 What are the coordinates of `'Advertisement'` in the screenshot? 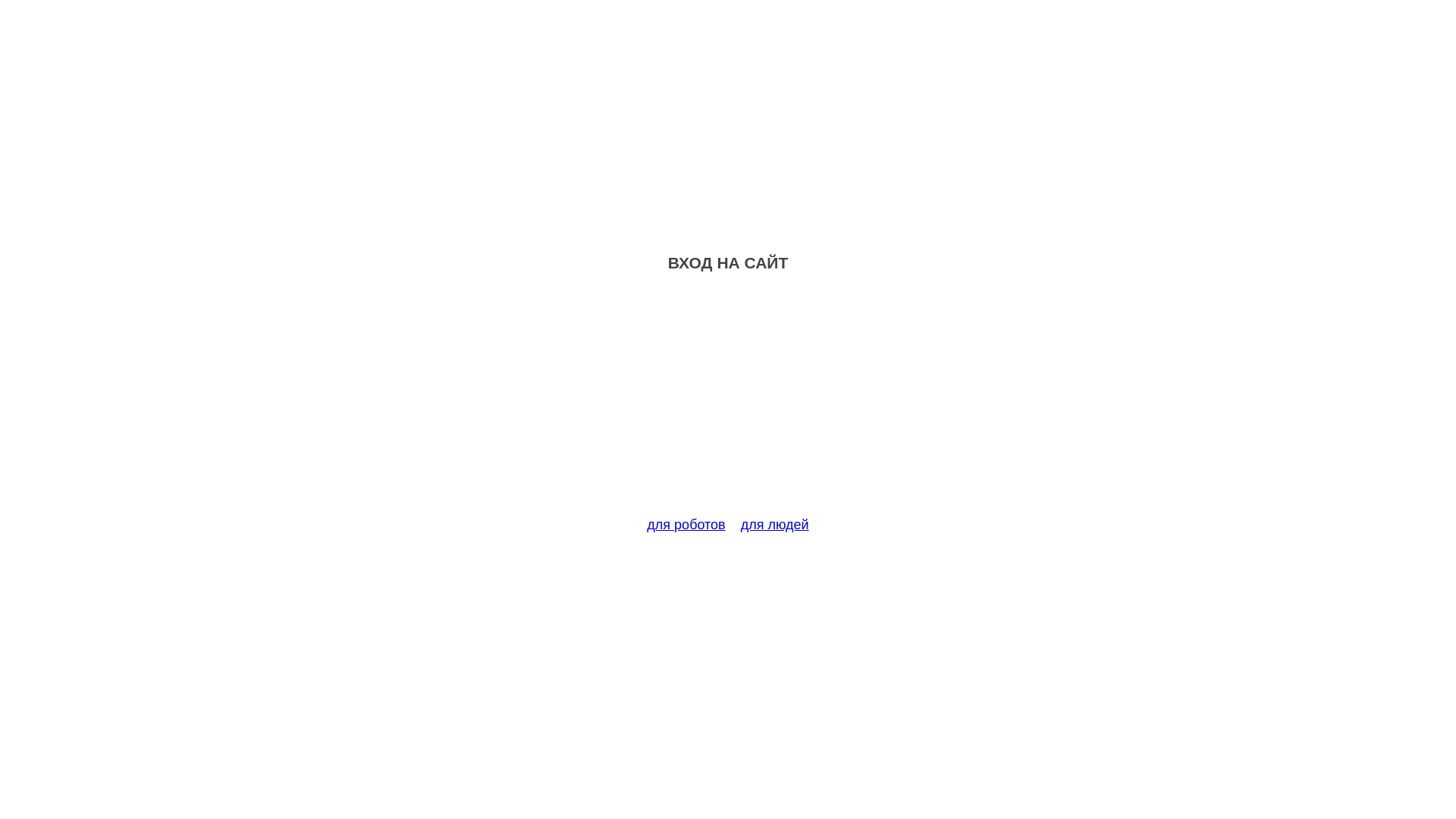 It's located at (728, 403).